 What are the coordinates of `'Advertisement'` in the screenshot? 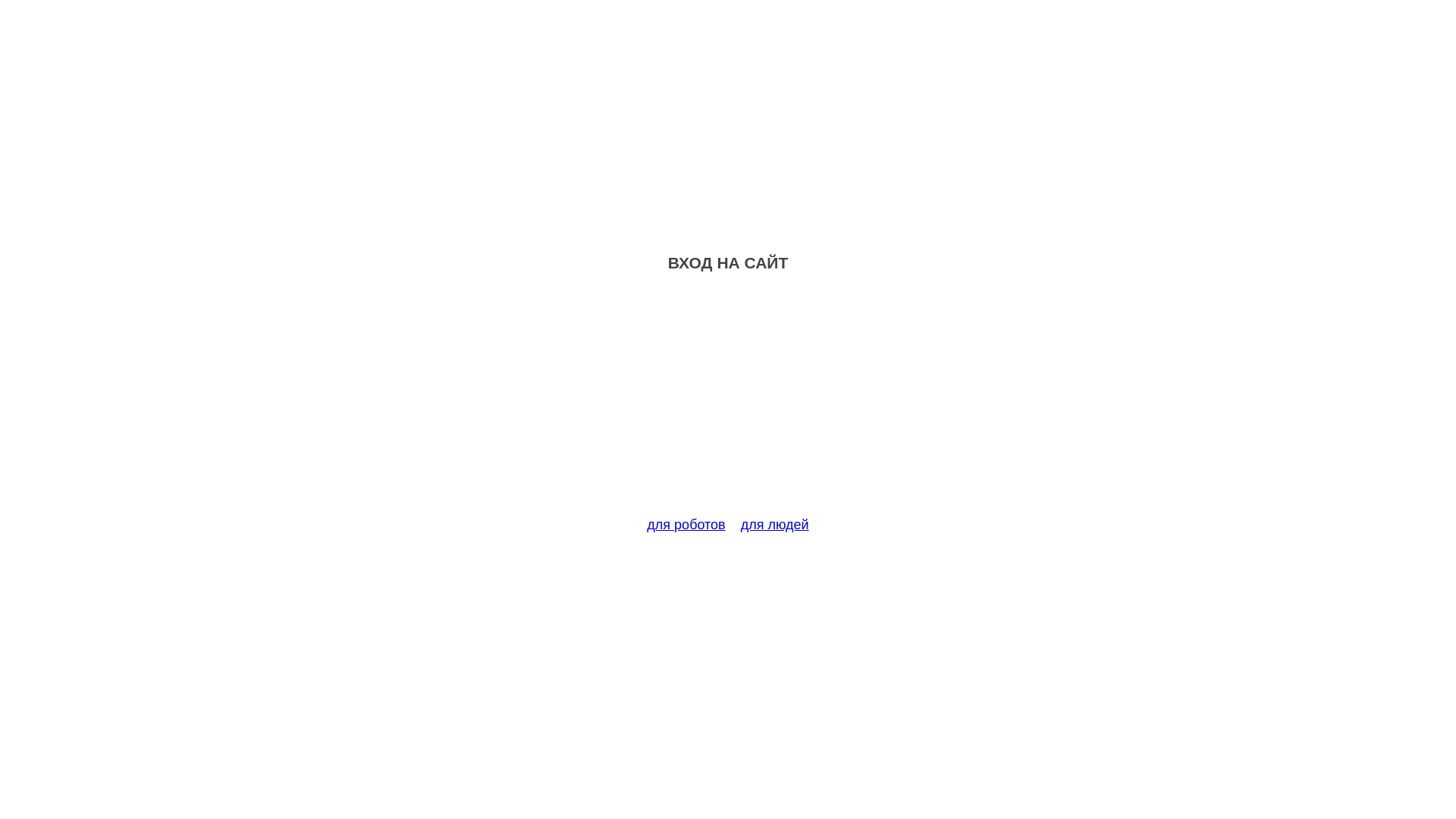 It's located at (728, 403).